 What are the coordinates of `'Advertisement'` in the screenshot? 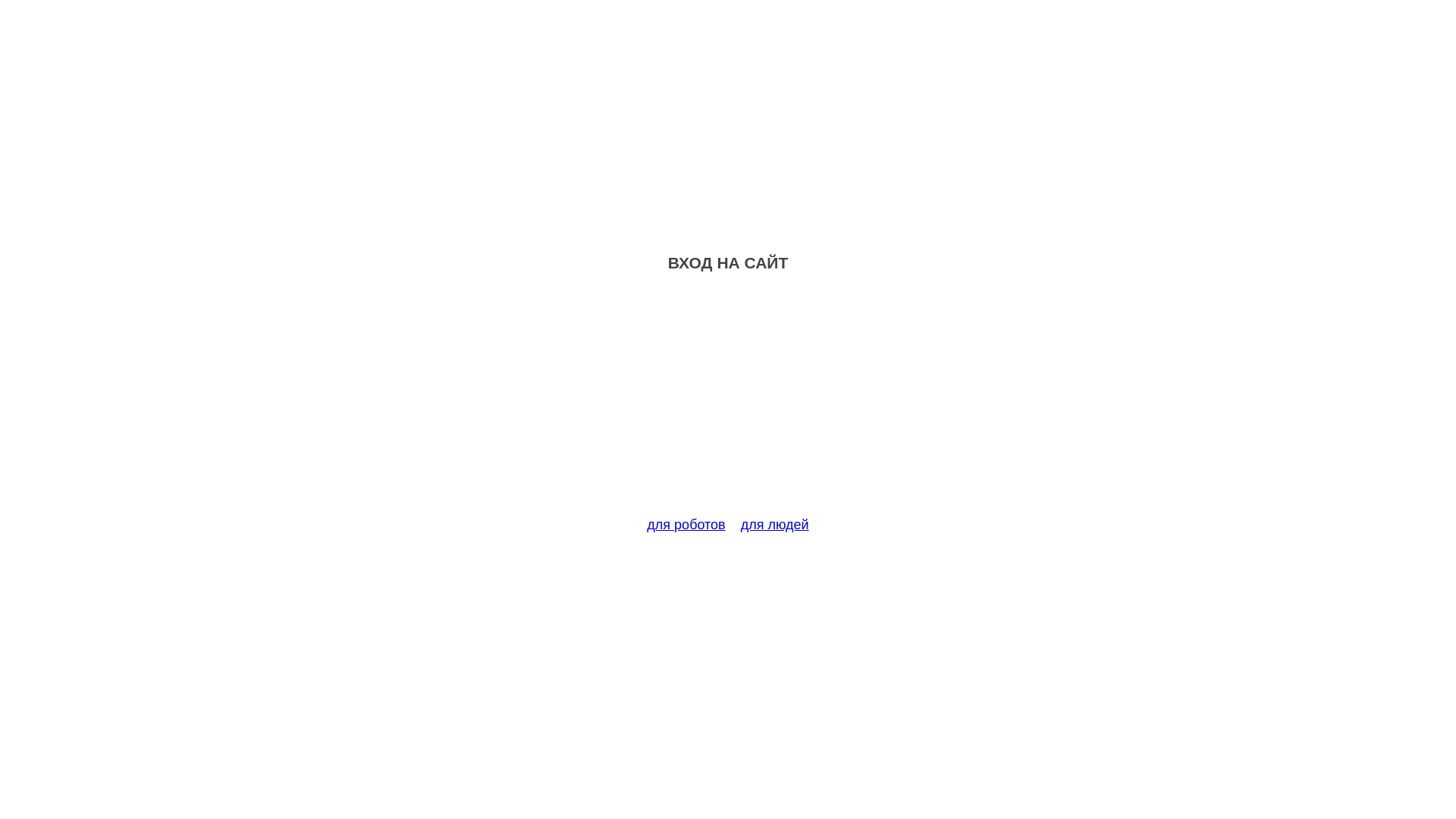 It's located at (728, 403).